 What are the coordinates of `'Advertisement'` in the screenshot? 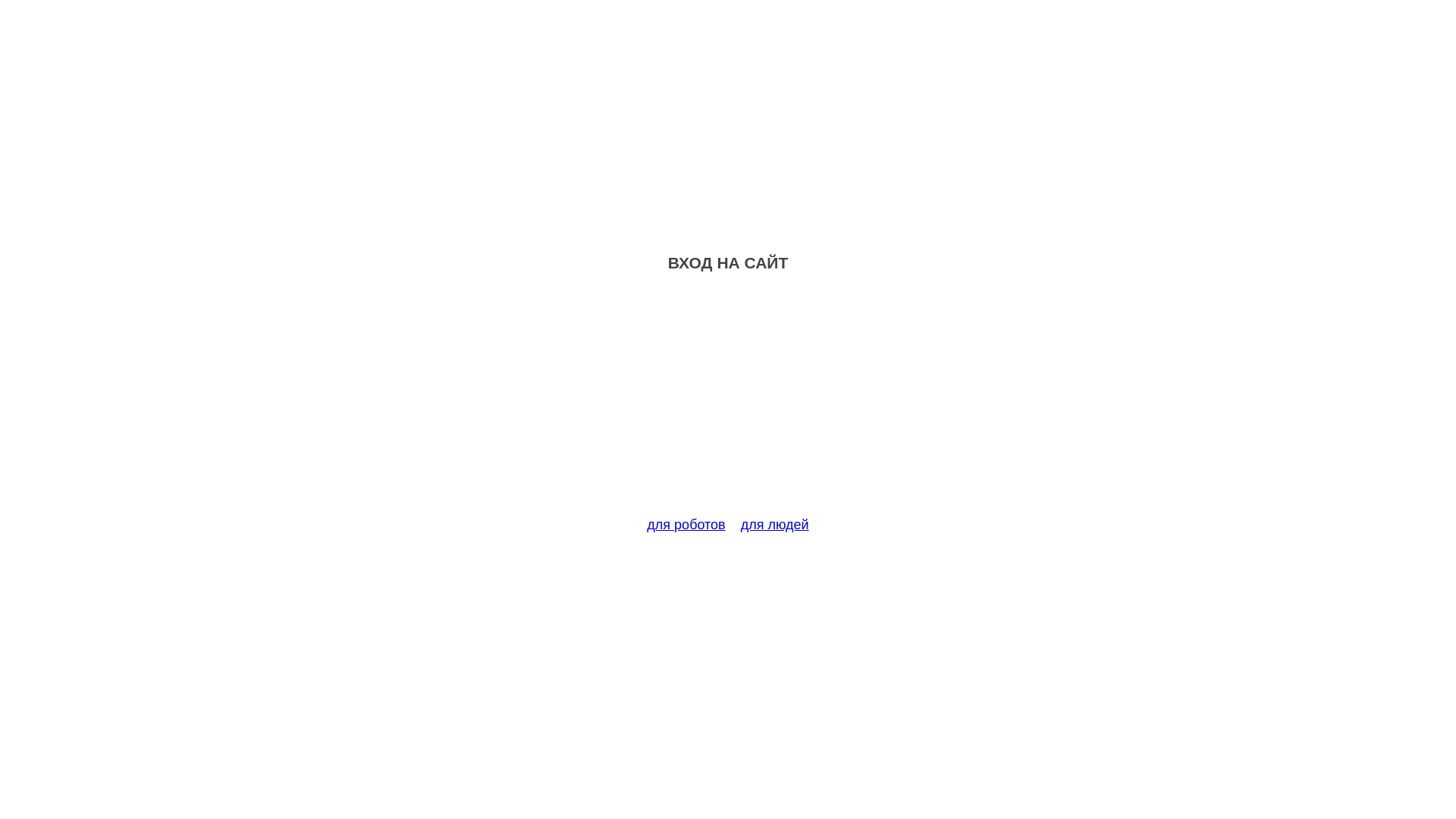 It's located at (728, 403).